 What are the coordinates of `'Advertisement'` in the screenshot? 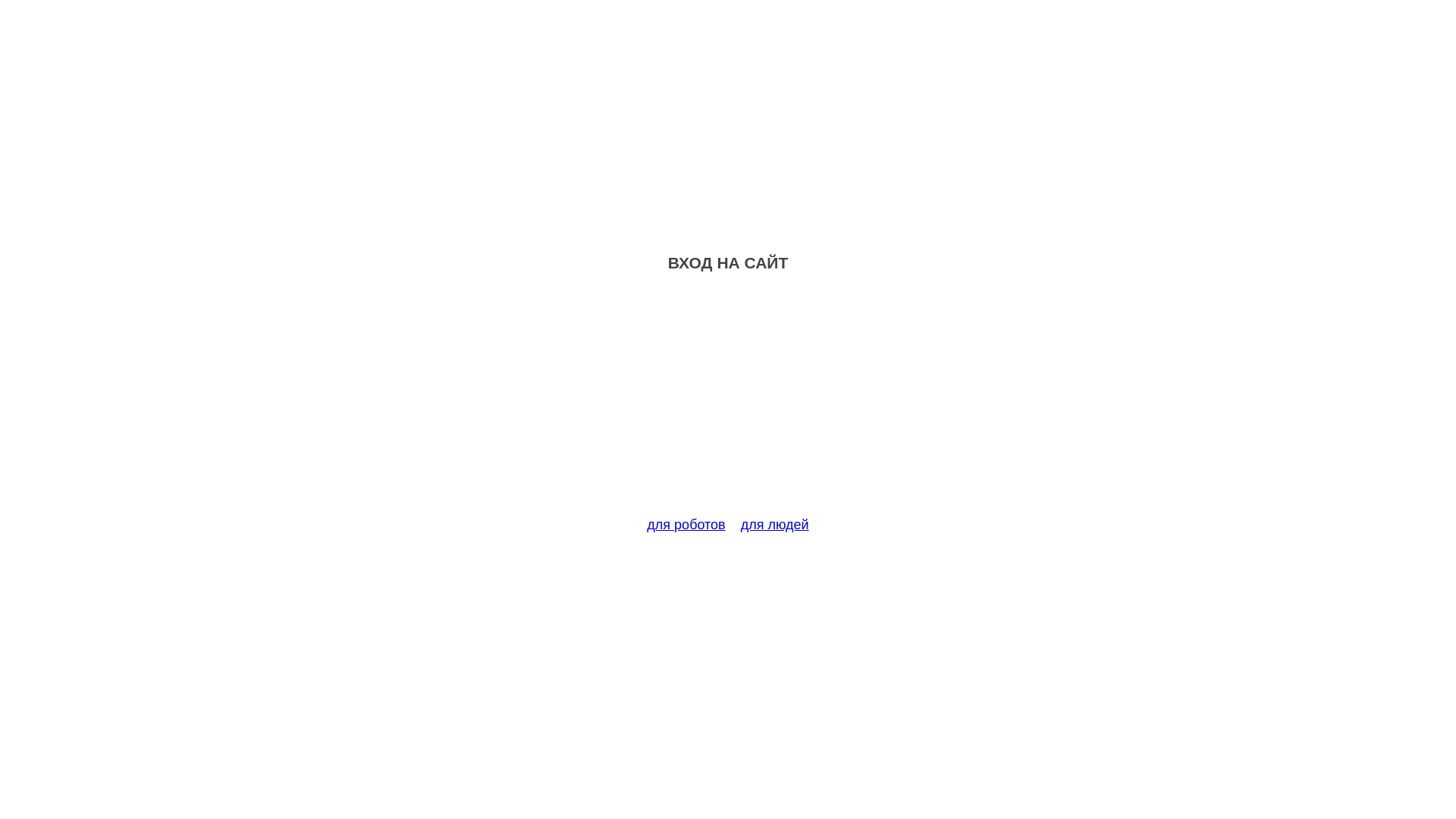 It's located at (728, 403).